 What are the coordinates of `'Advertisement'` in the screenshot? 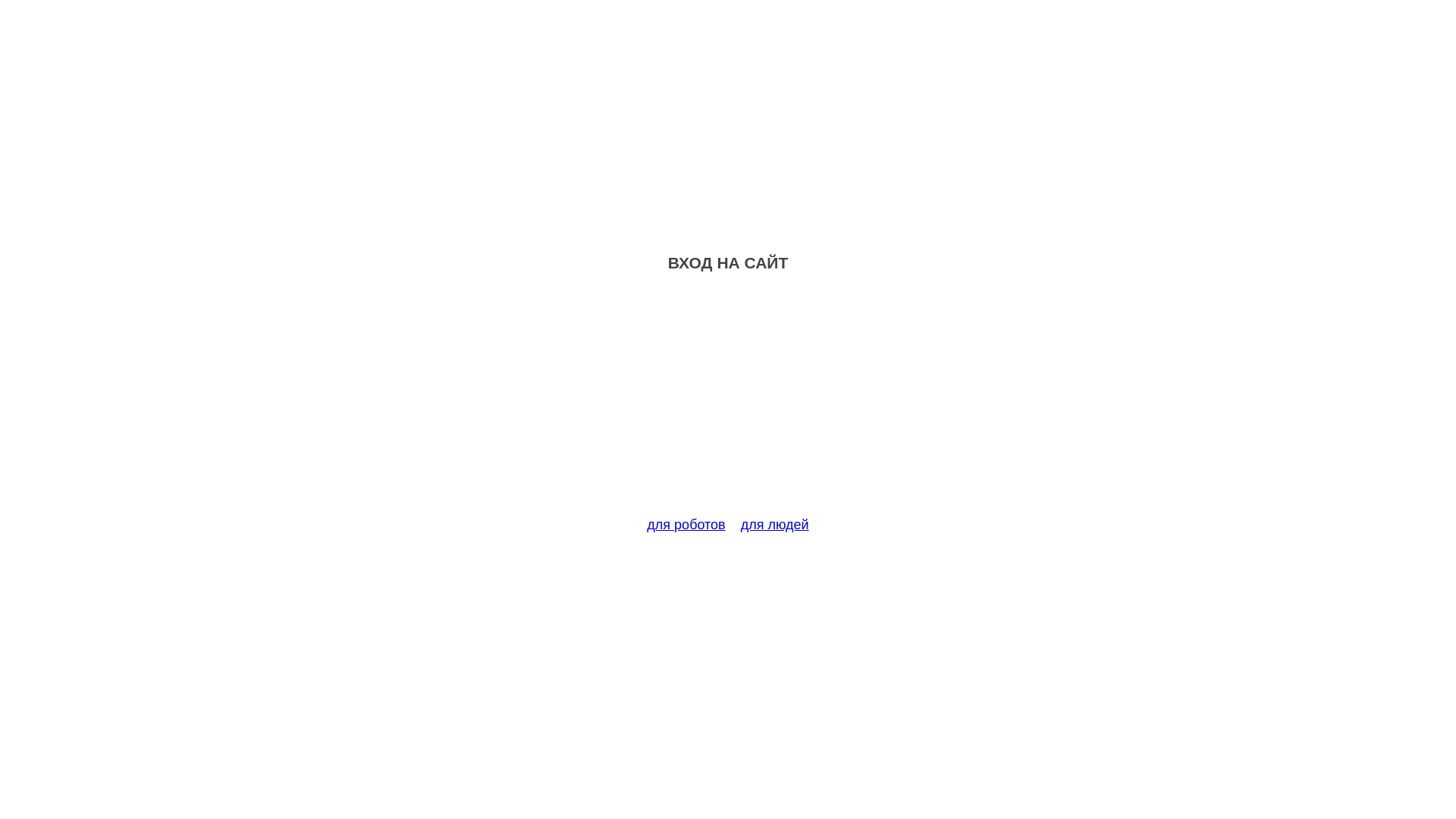 It's located at (728, 403).